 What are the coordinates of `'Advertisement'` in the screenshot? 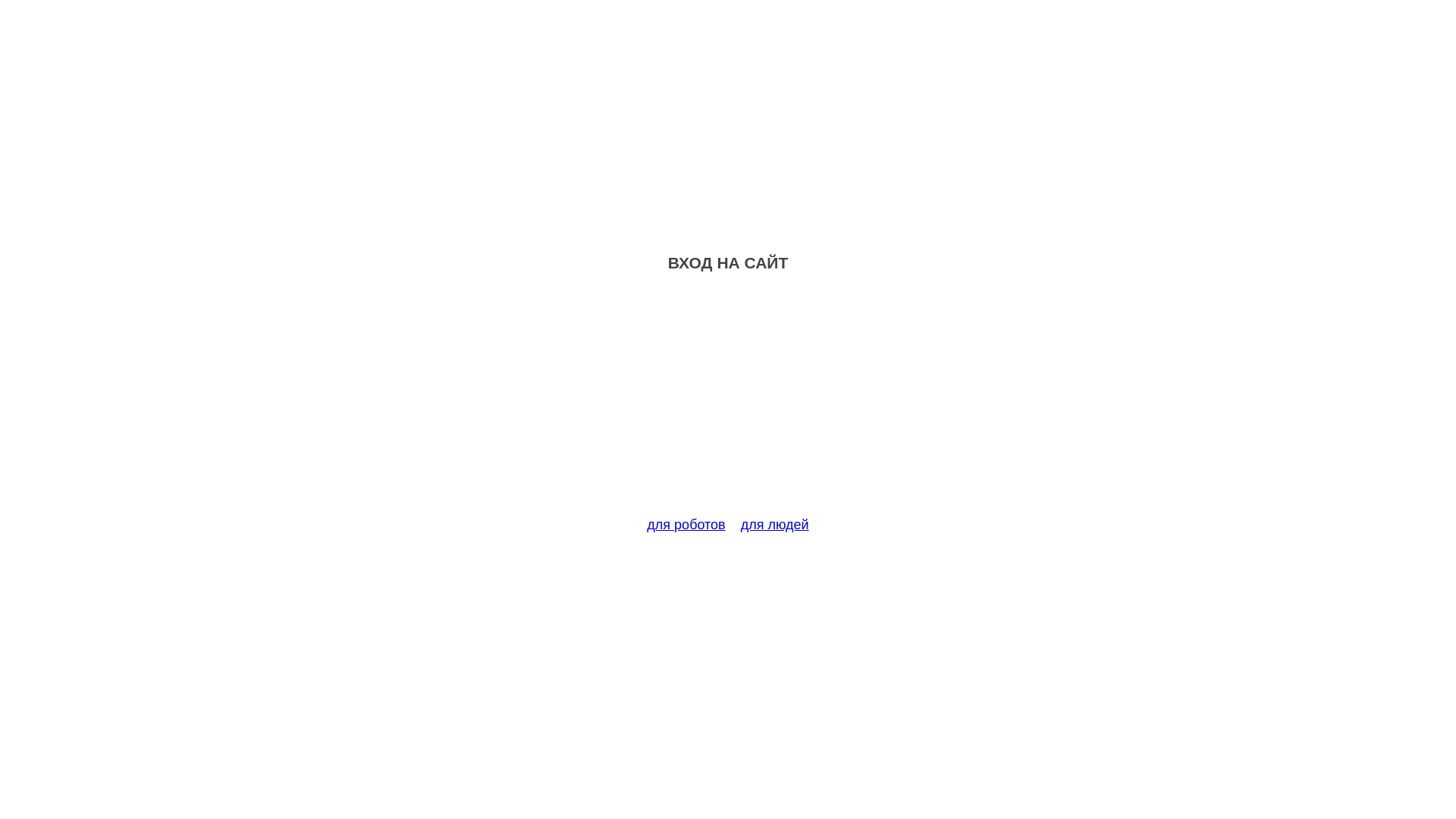 It's located at (728, 403).